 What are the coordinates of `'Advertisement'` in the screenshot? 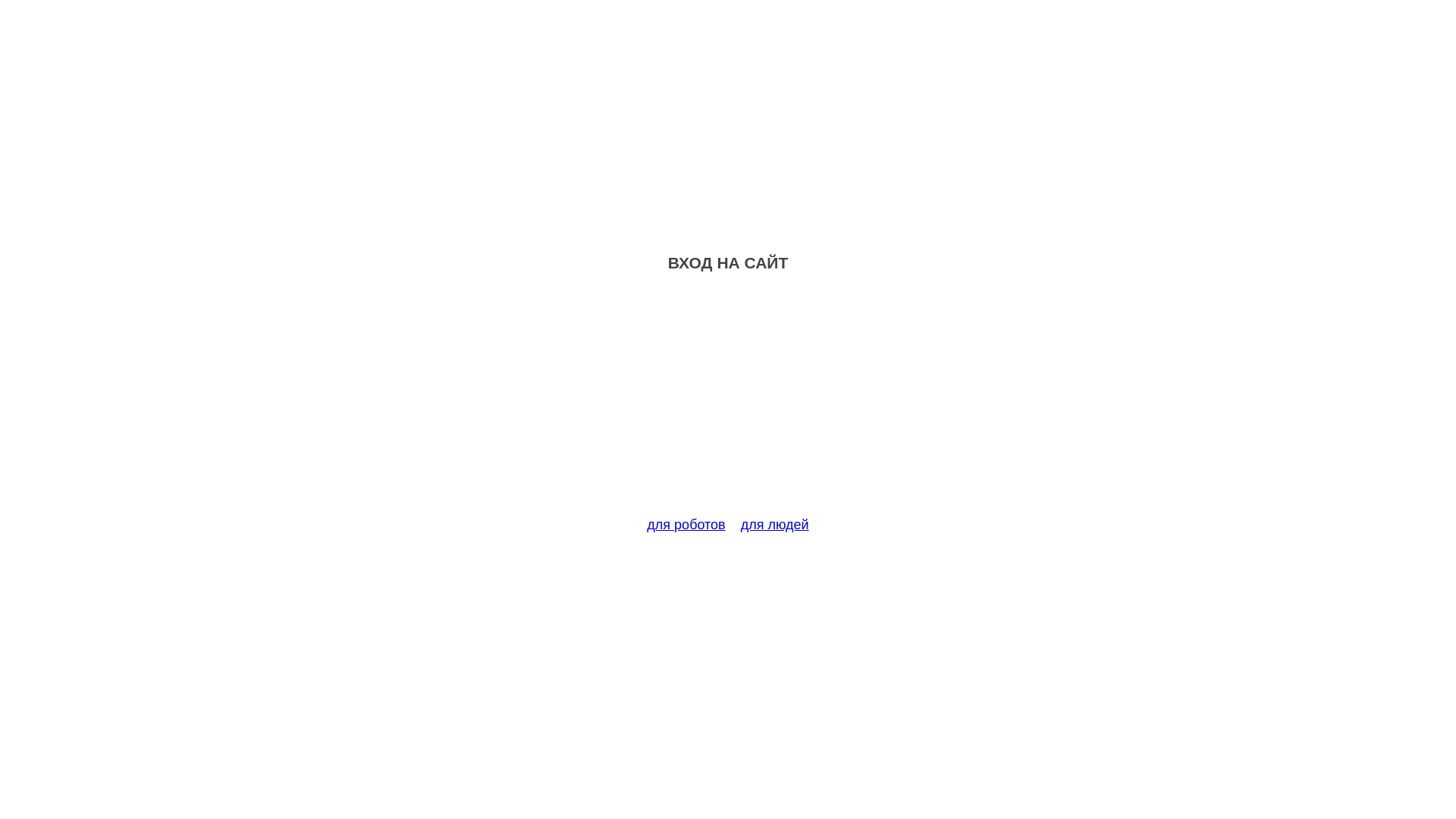 It's located at (728, 403).